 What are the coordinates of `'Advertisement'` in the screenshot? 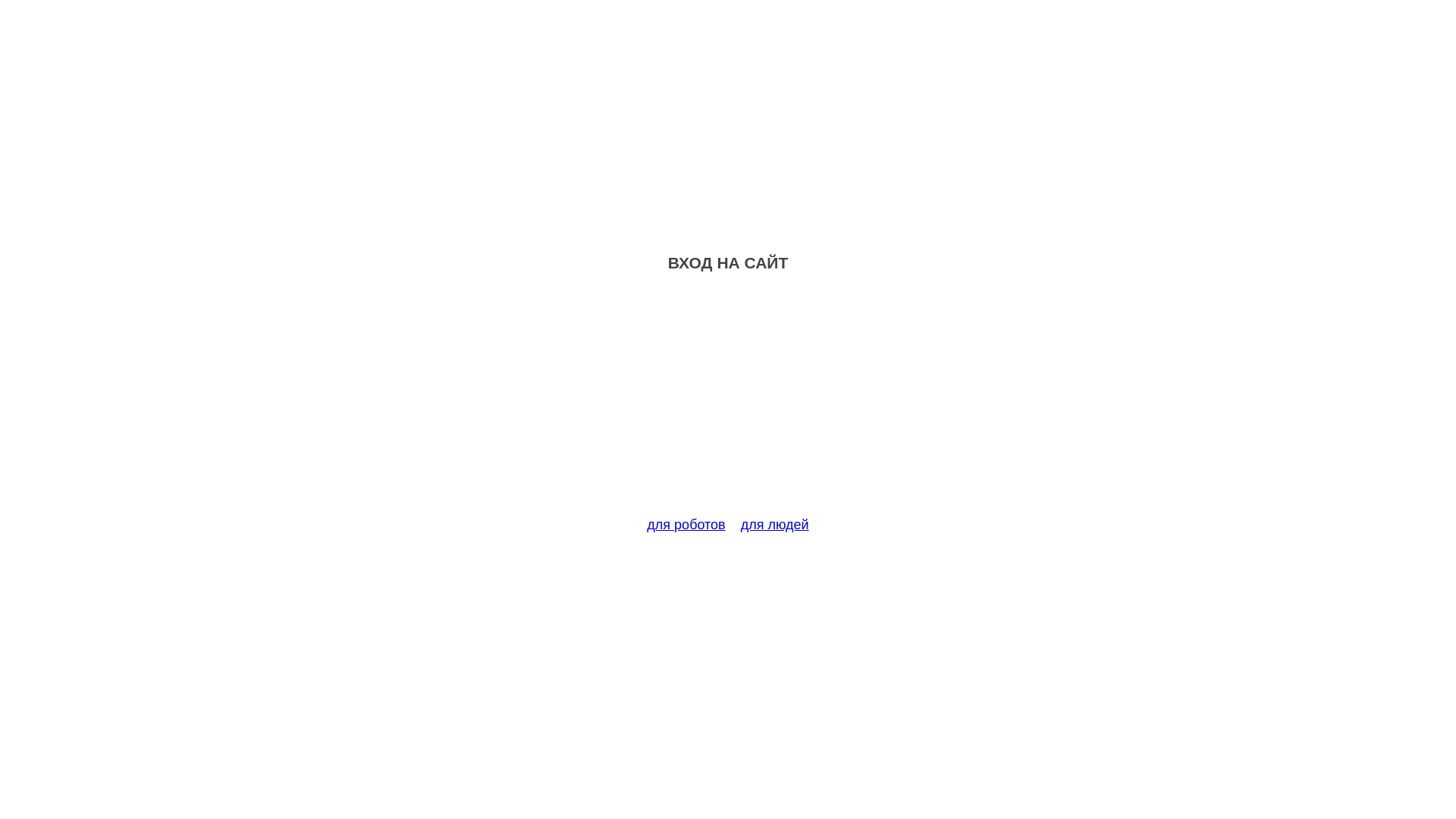 It's located at (728, 403).